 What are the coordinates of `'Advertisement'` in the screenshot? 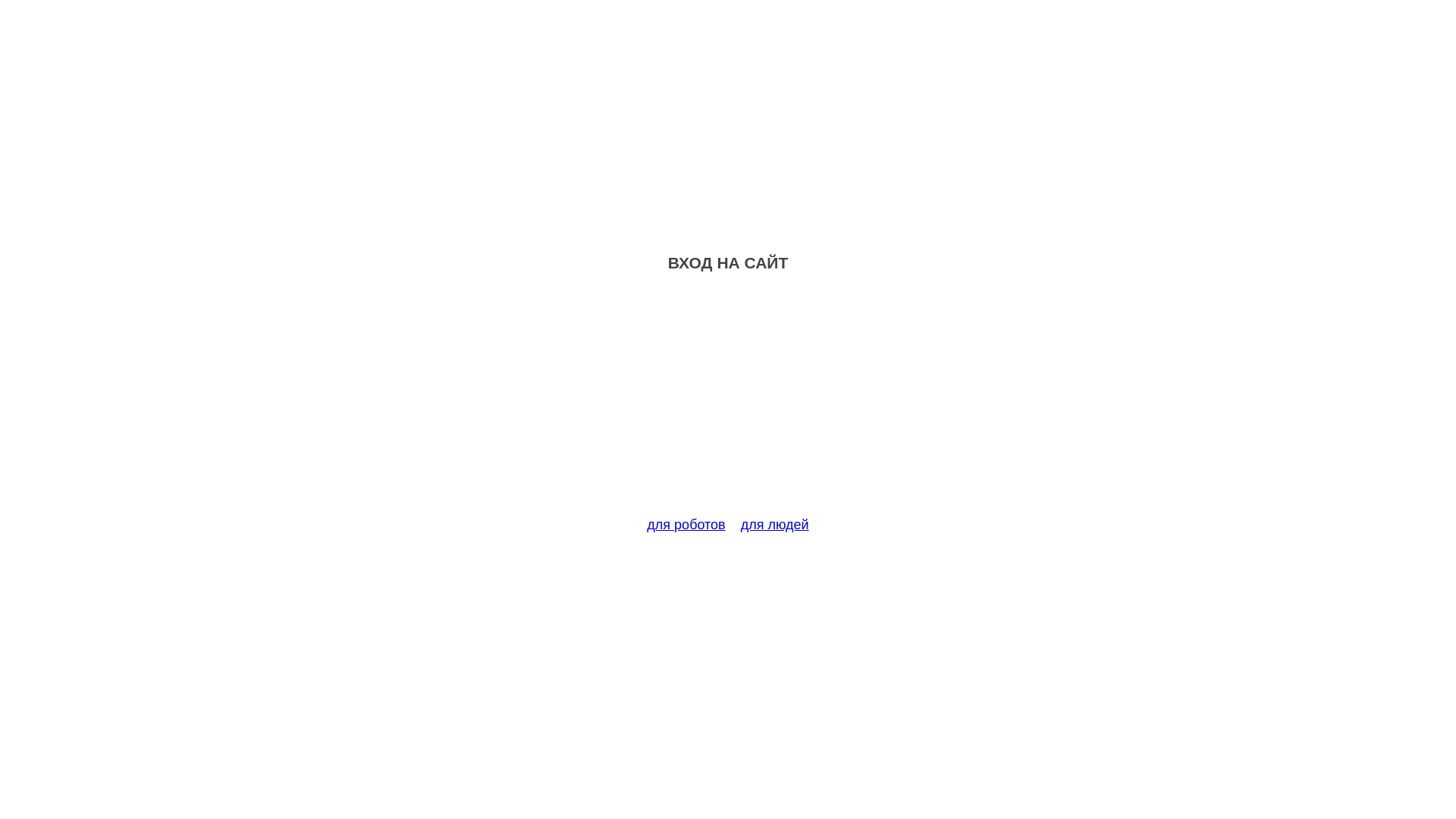 It's located at (728, 403).